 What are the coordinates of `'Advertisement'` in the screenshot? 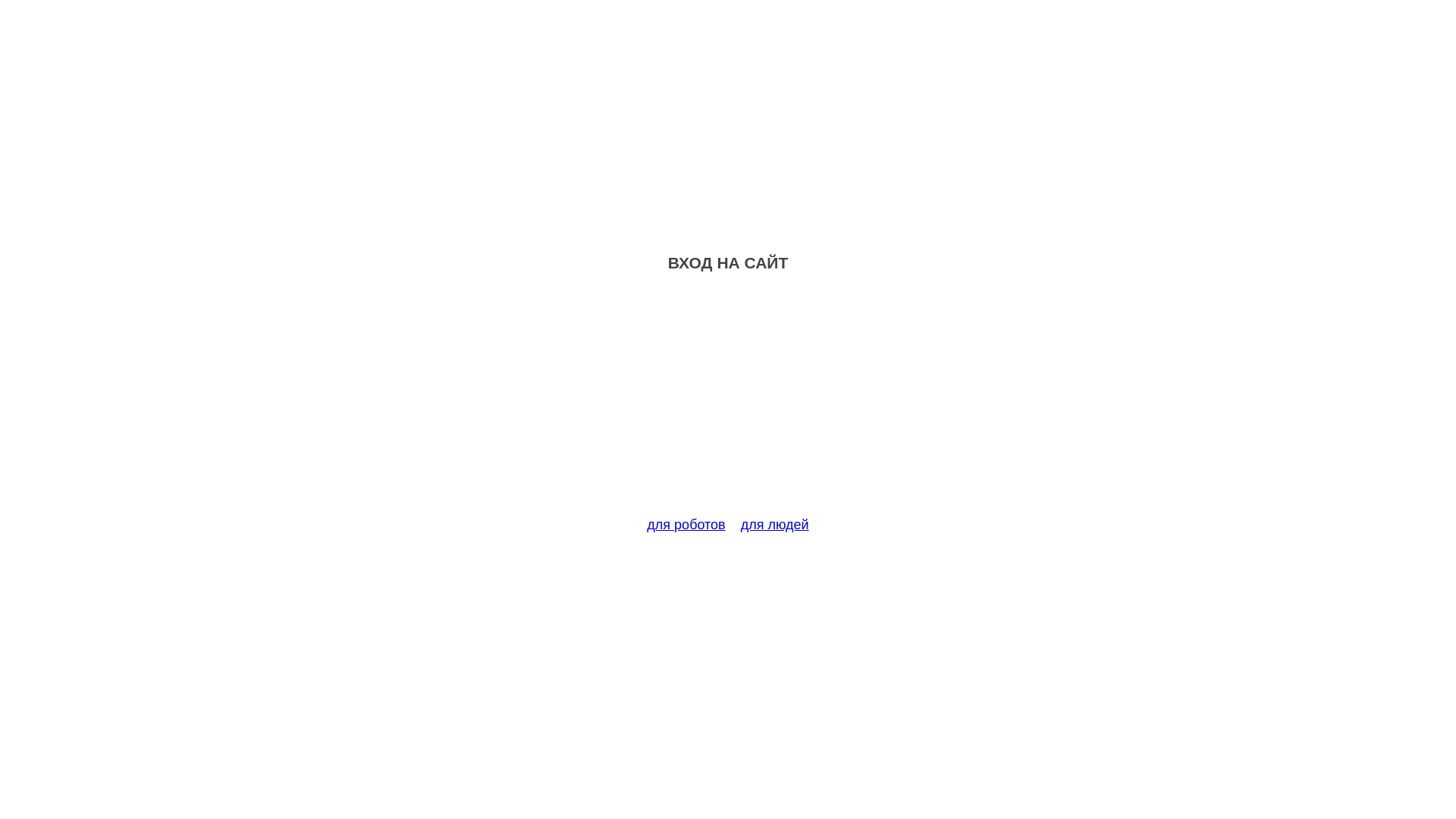 It's located at (728, 403).